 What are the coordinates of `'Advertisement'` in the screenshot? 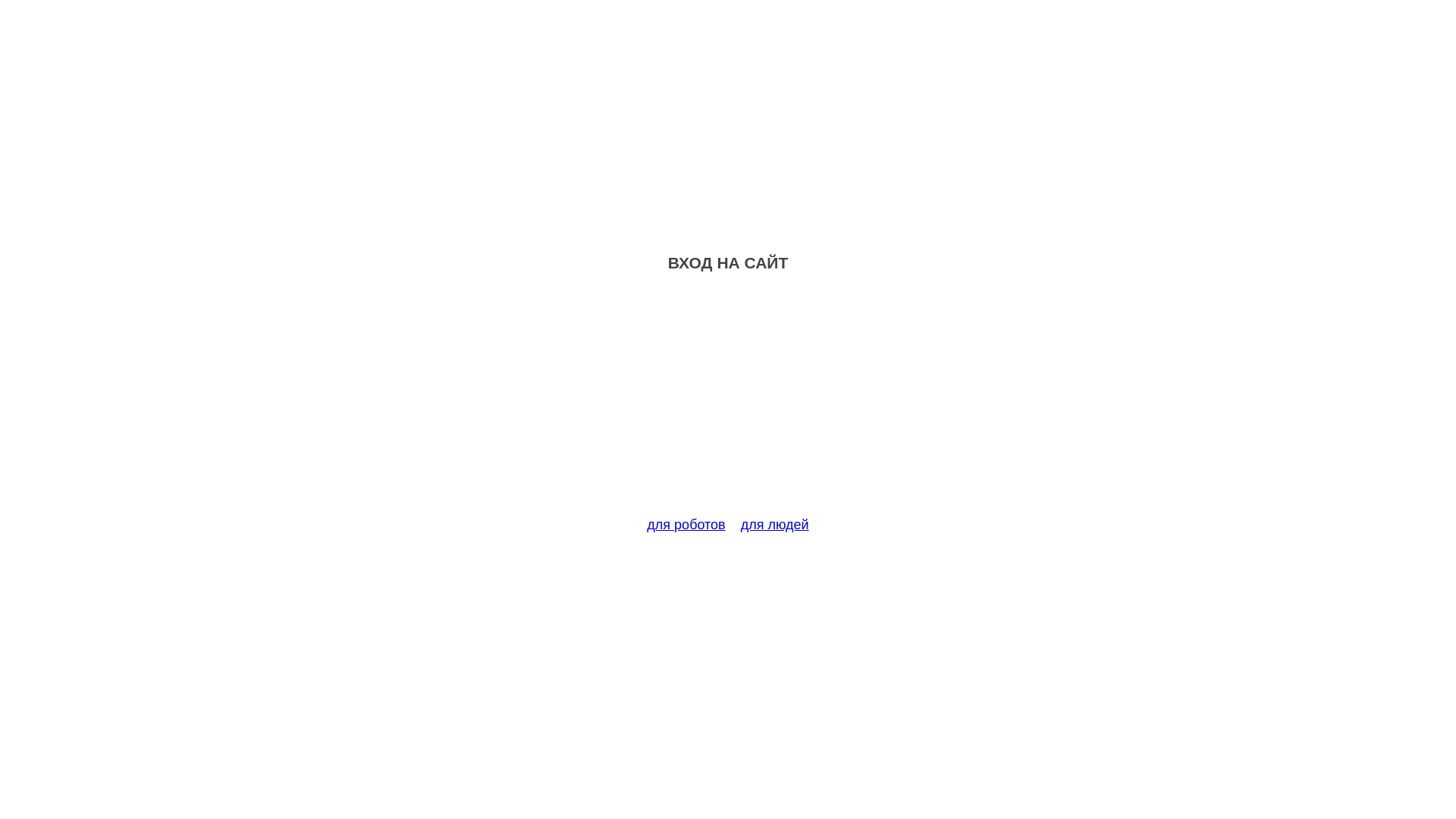 It's located at (728, 403).